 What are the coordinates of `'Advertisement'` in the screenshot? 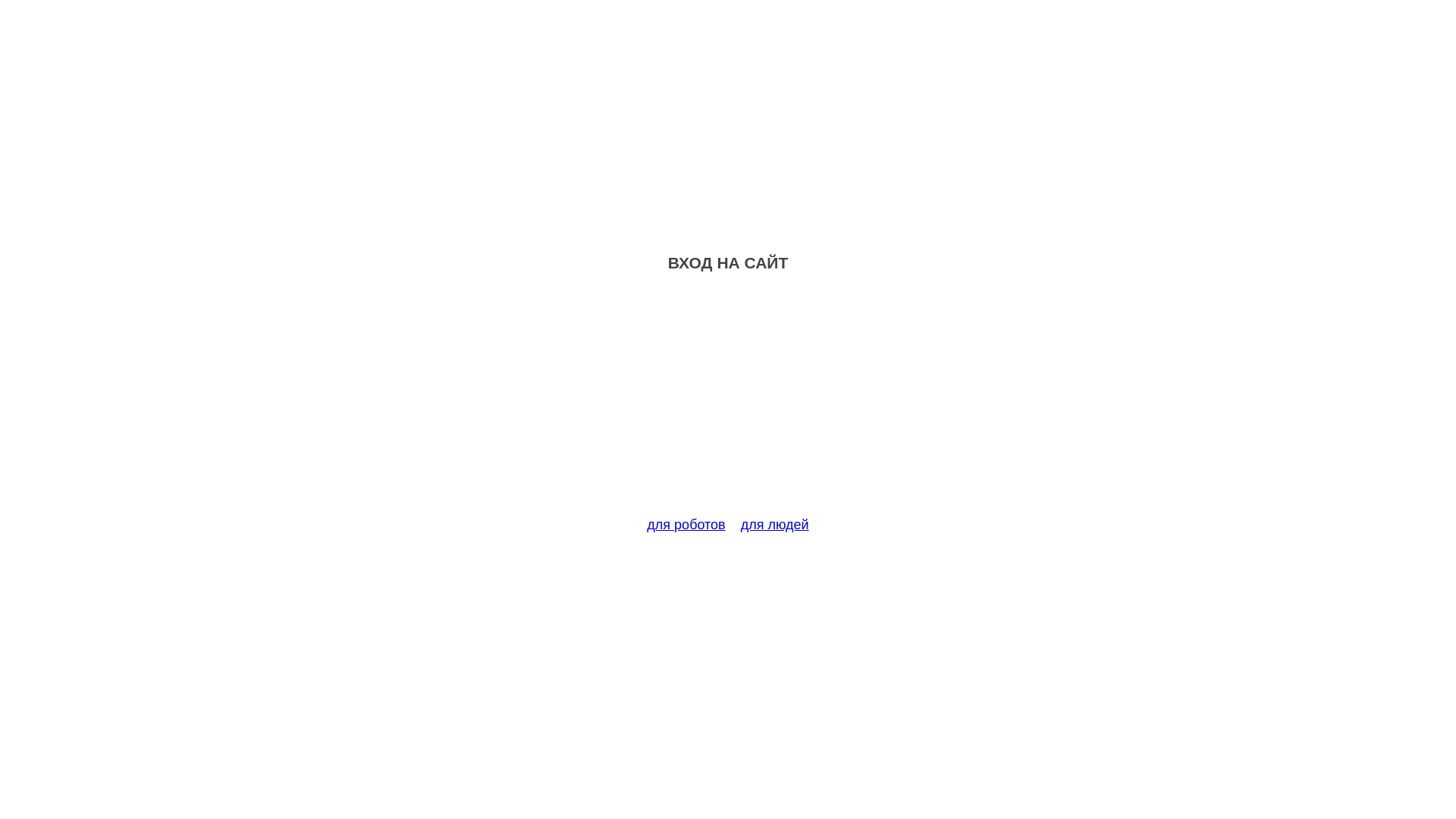 It's located at (728, 403).